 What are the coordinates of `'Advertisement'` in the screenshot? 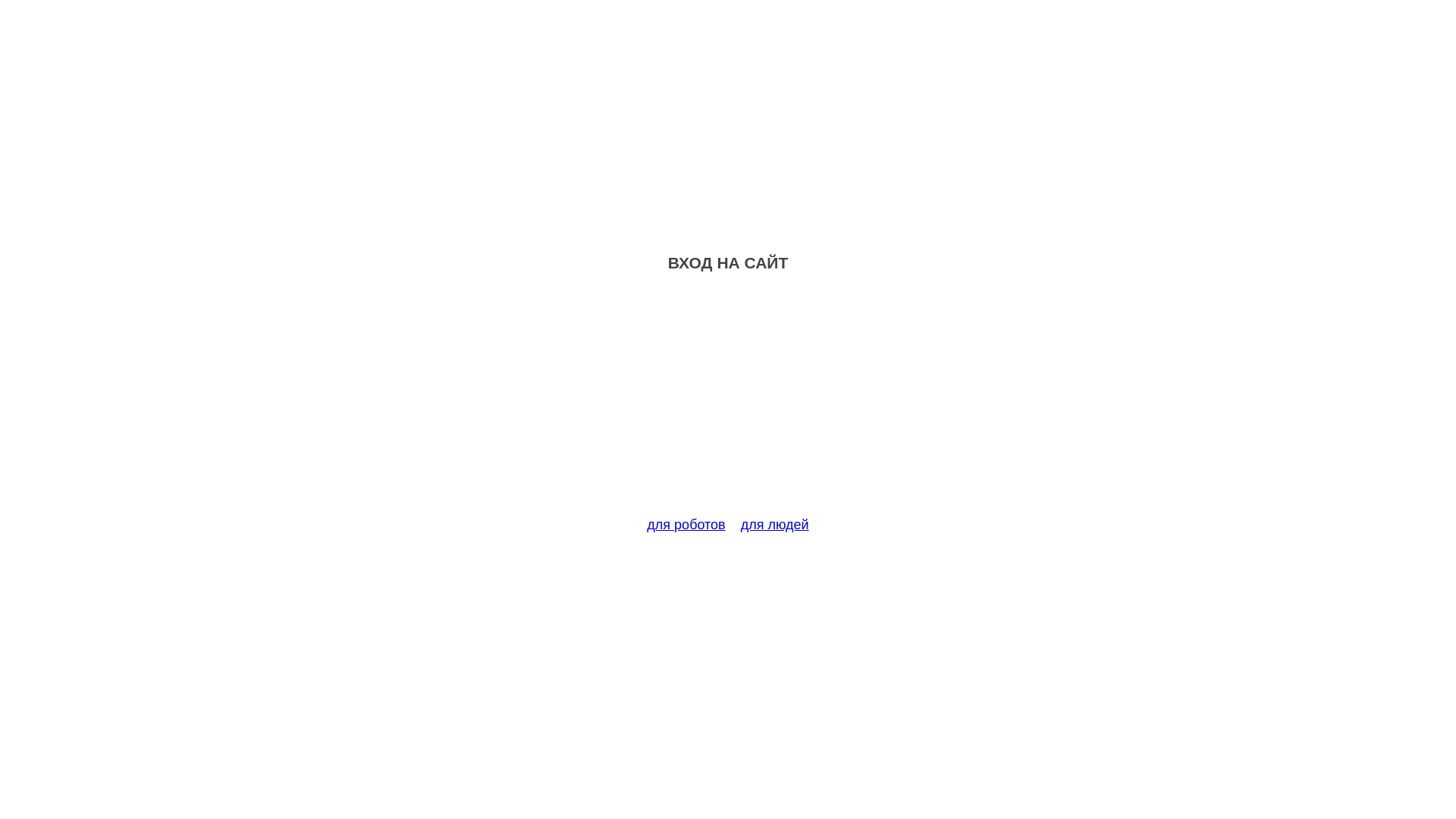 It's located at (728, 403).